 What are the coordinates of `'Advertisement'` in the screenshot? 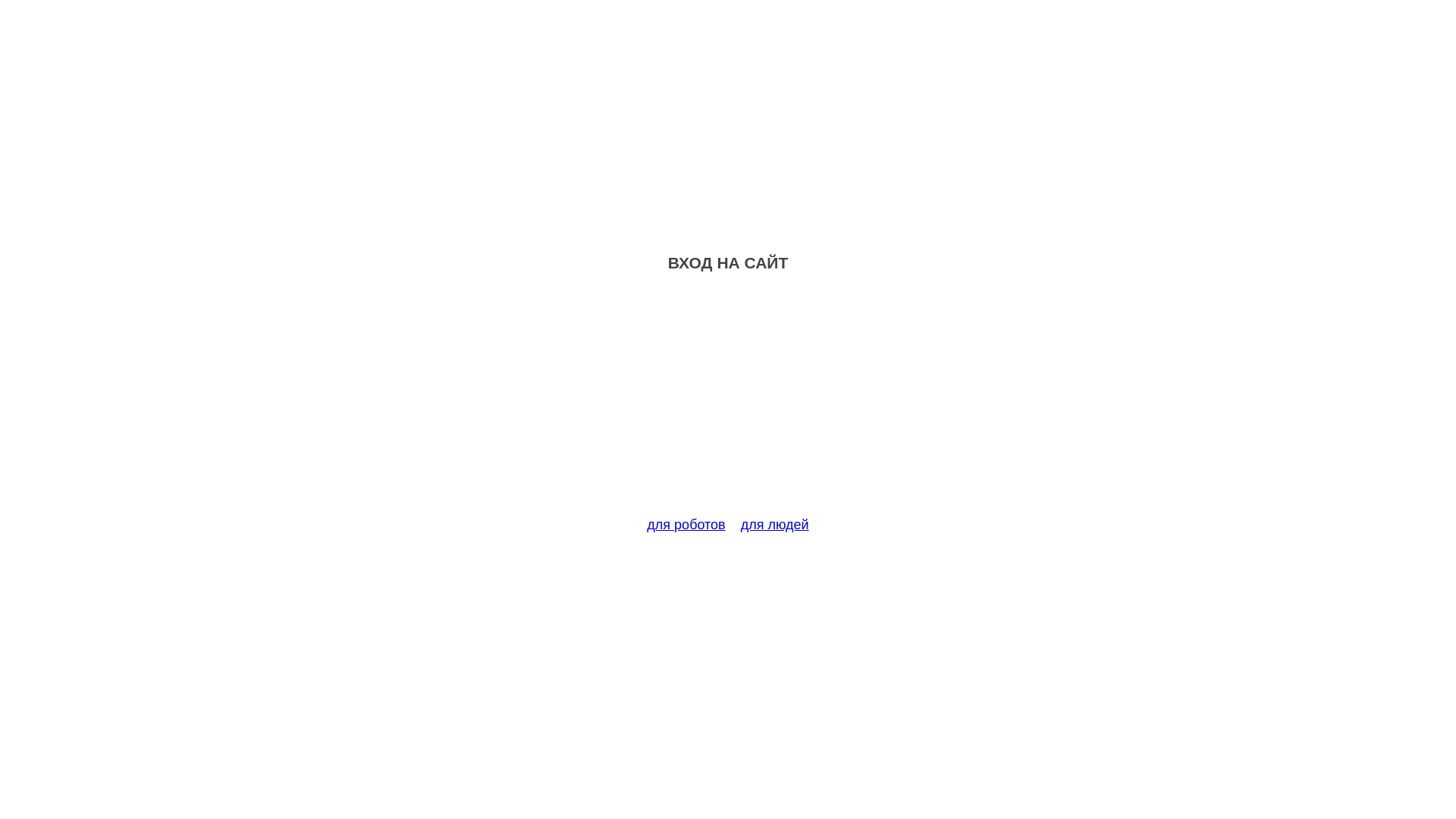 It's located at (728, 403).